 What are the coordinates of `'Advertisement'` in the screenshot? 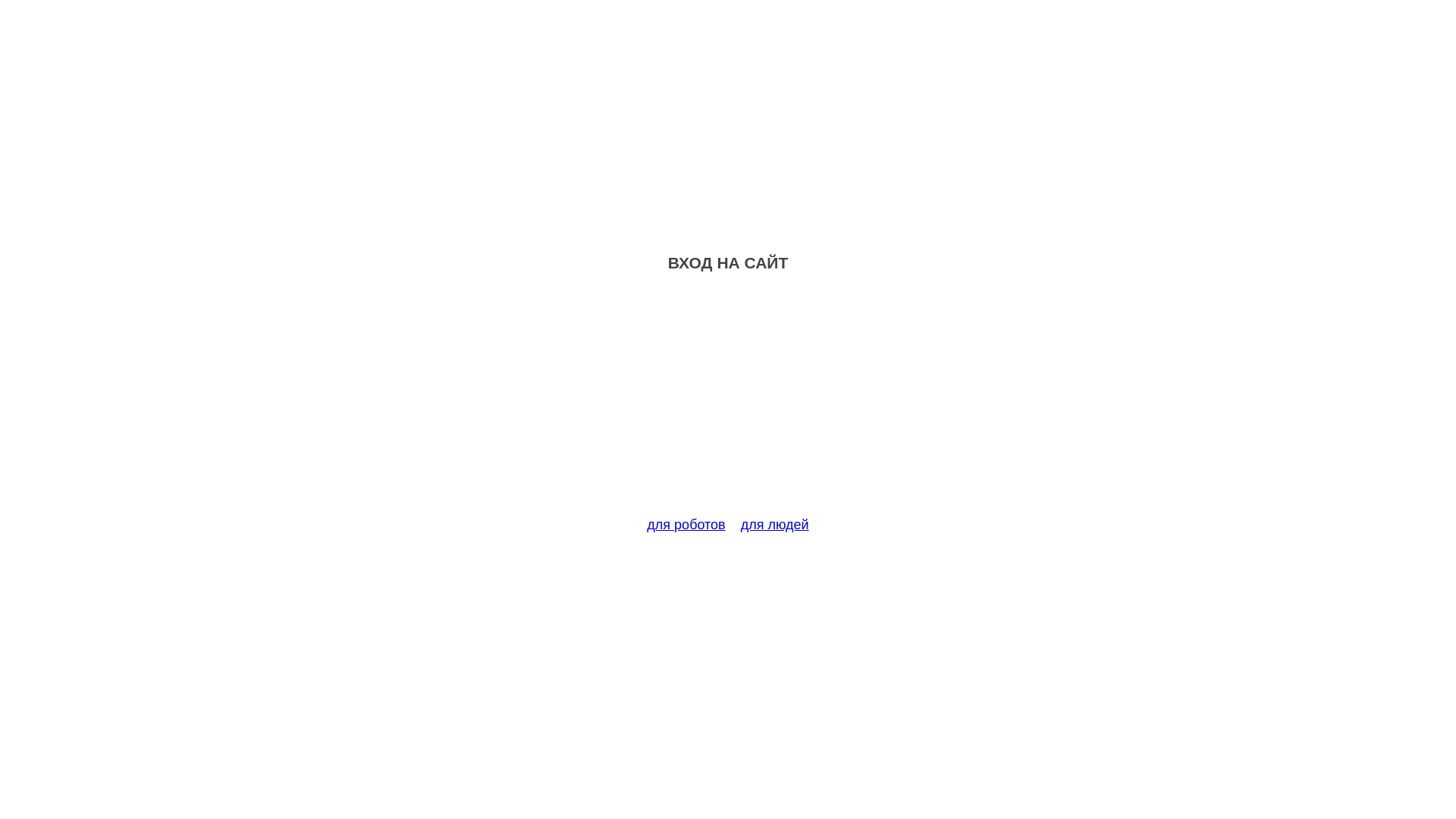 It's located at (728, 403).